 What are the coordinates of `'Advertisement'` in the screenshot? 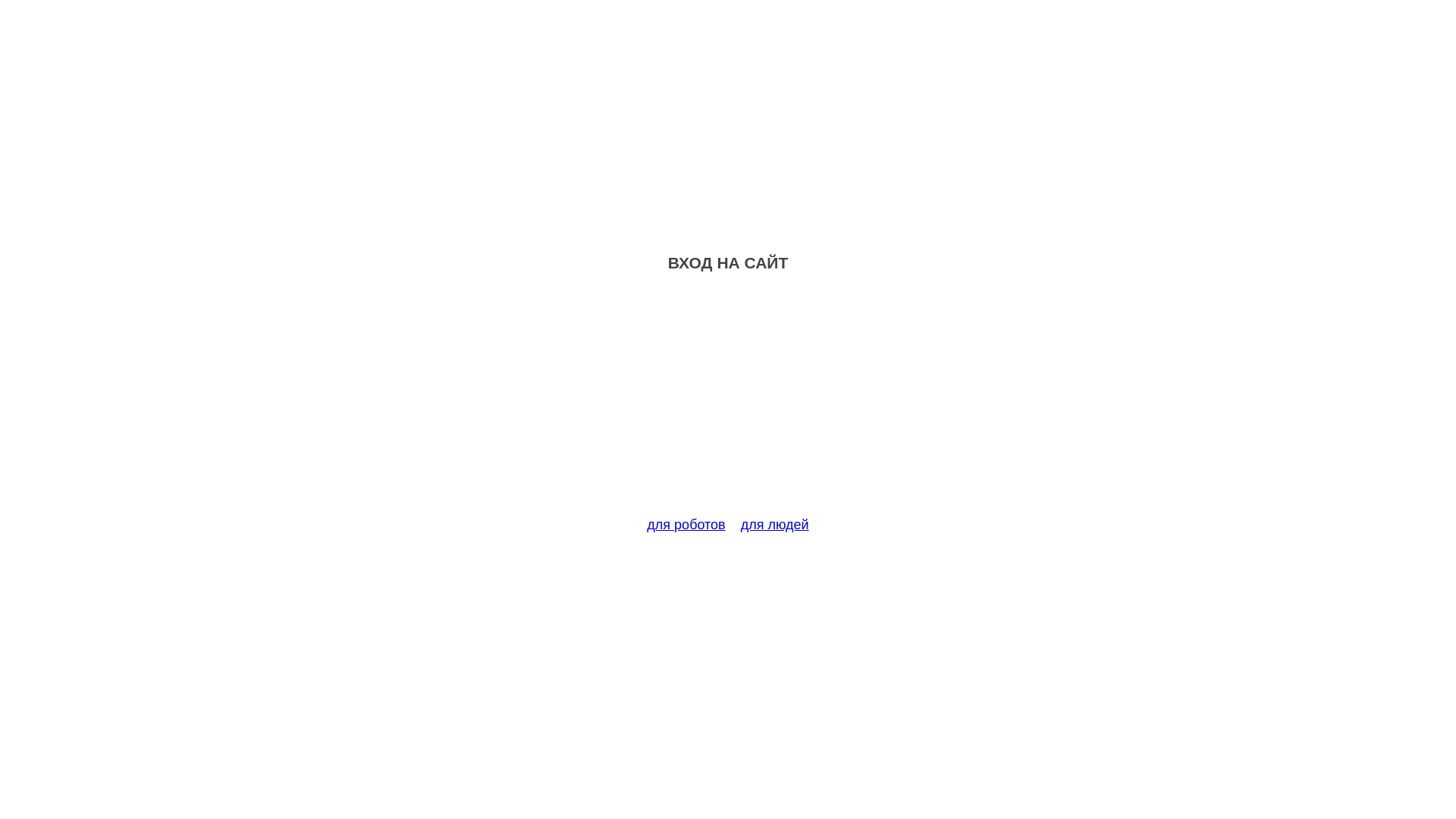 It's located at (728, 403).